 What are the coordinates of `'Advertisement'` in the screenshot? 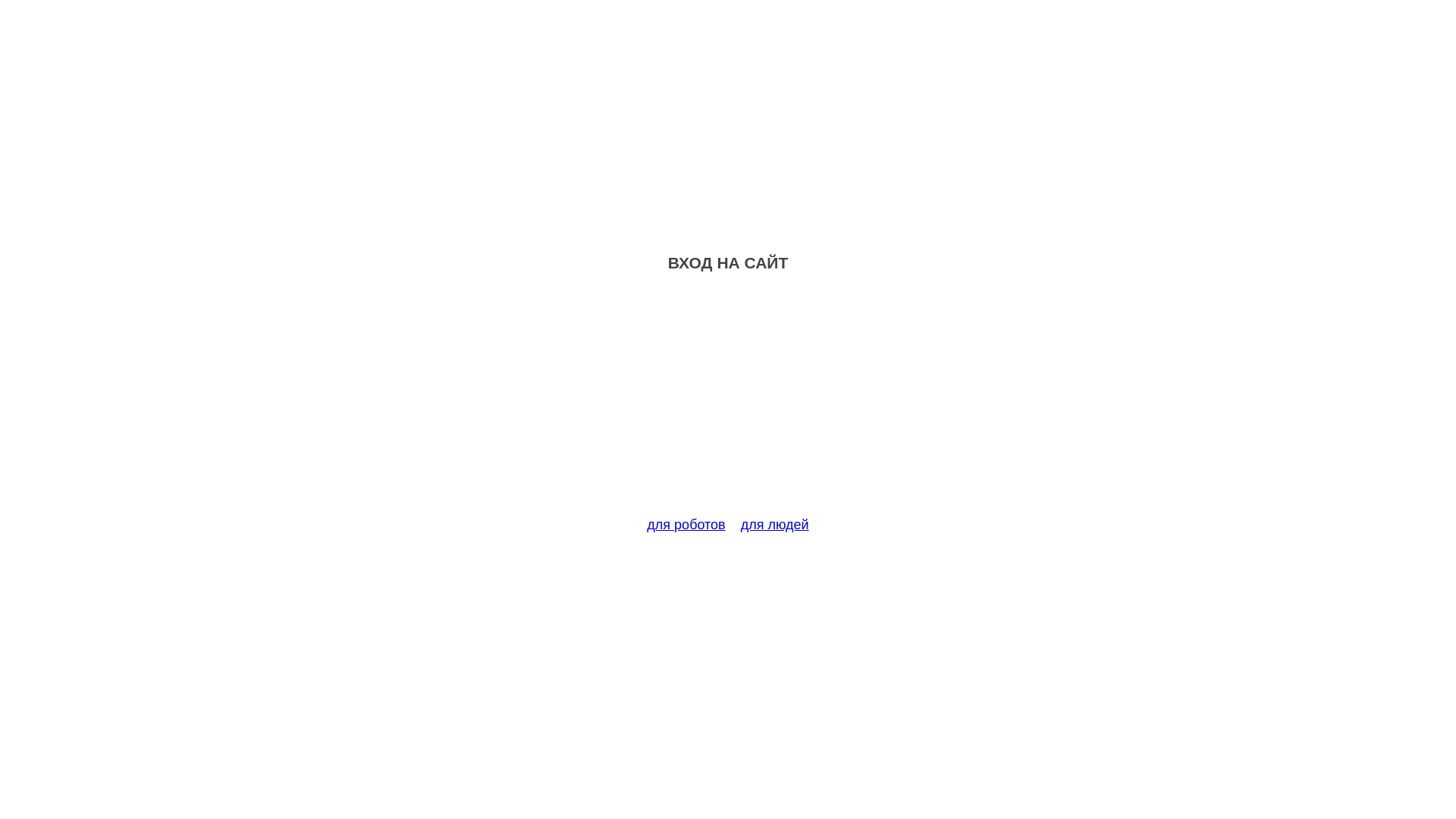 It's located at (728, 403).